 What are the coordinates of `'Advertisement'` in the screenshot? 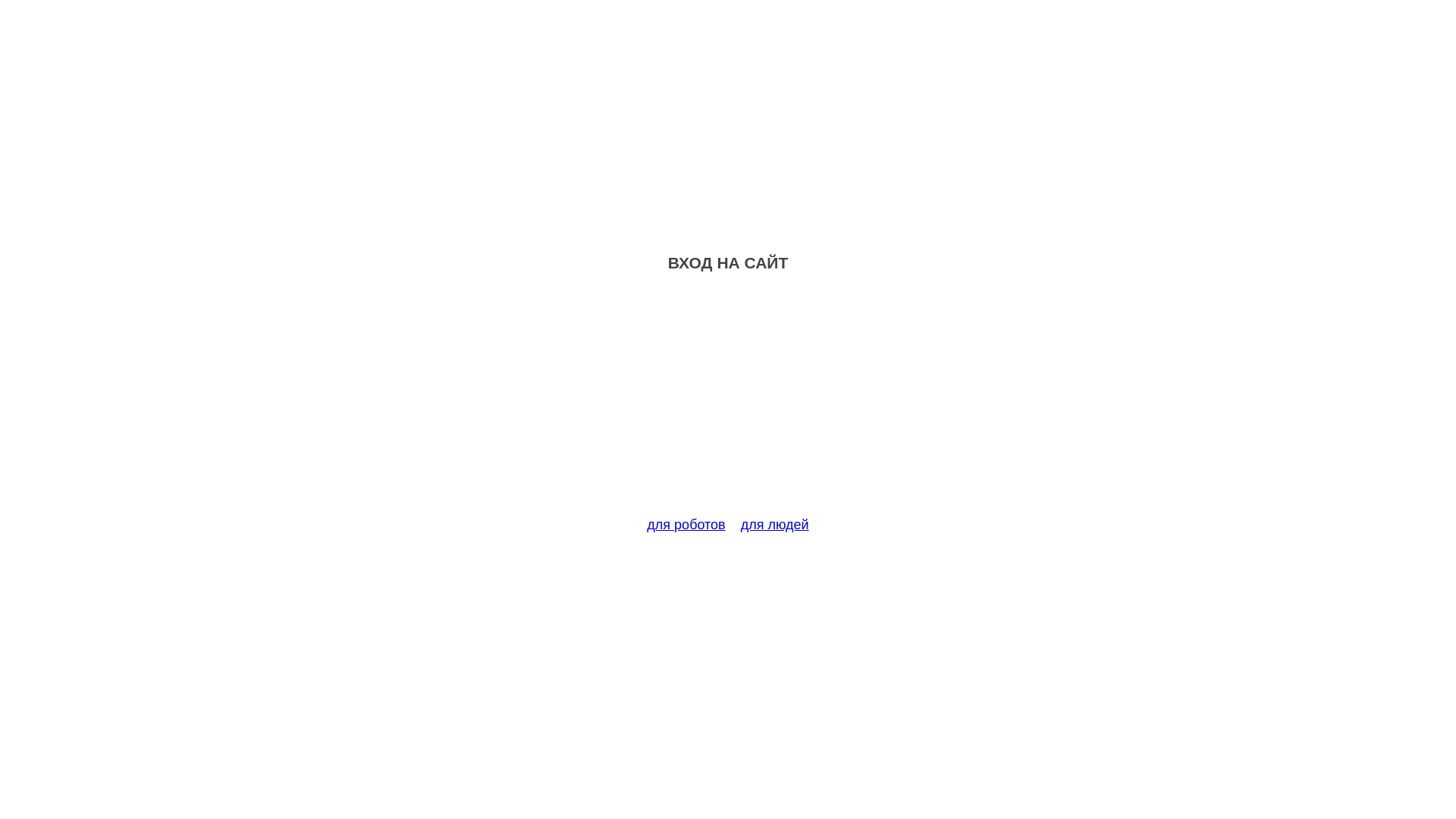 It's located at (728, 403).